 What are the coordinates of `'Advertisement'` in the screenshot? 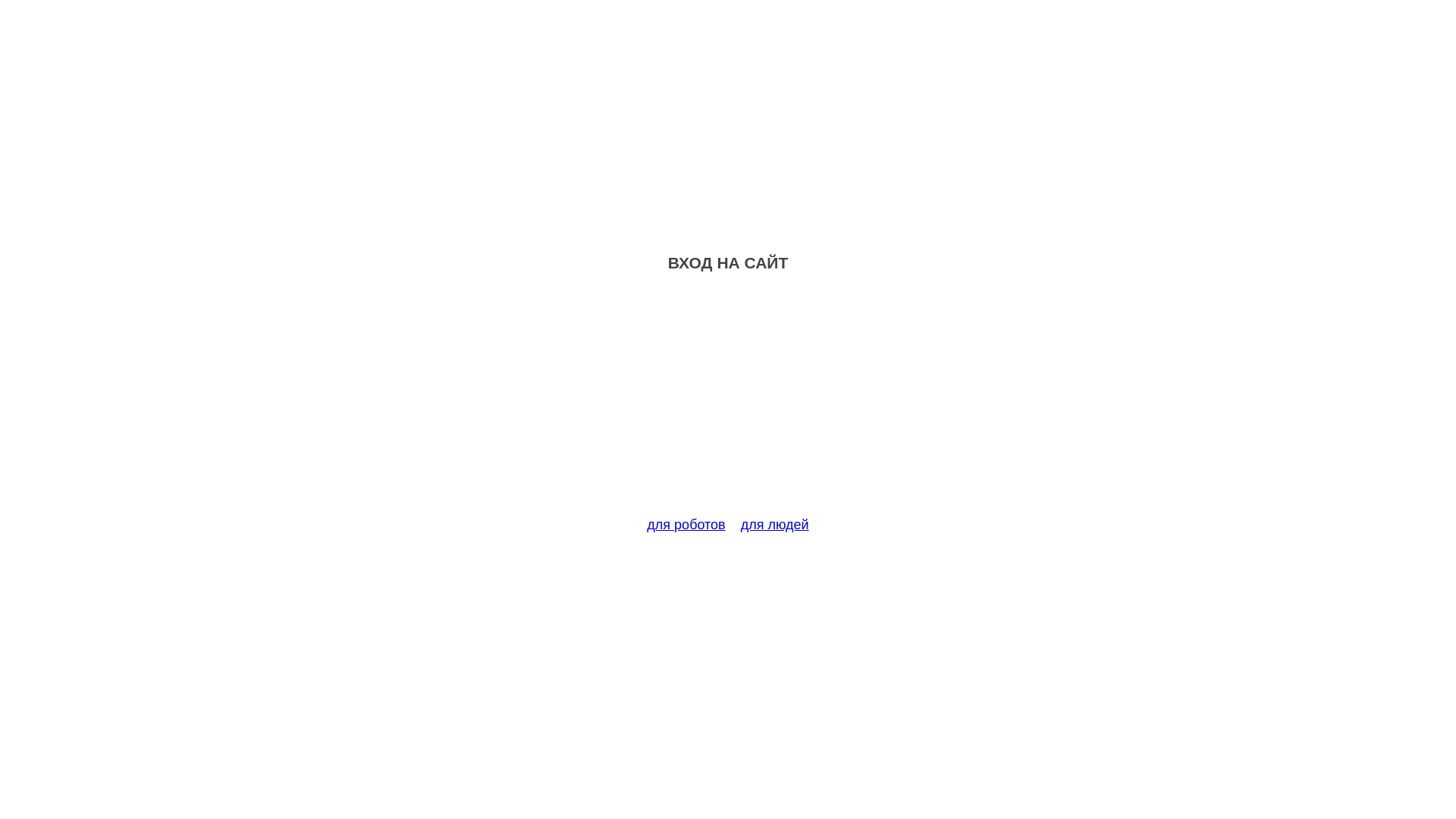 It's located at (728, 403).